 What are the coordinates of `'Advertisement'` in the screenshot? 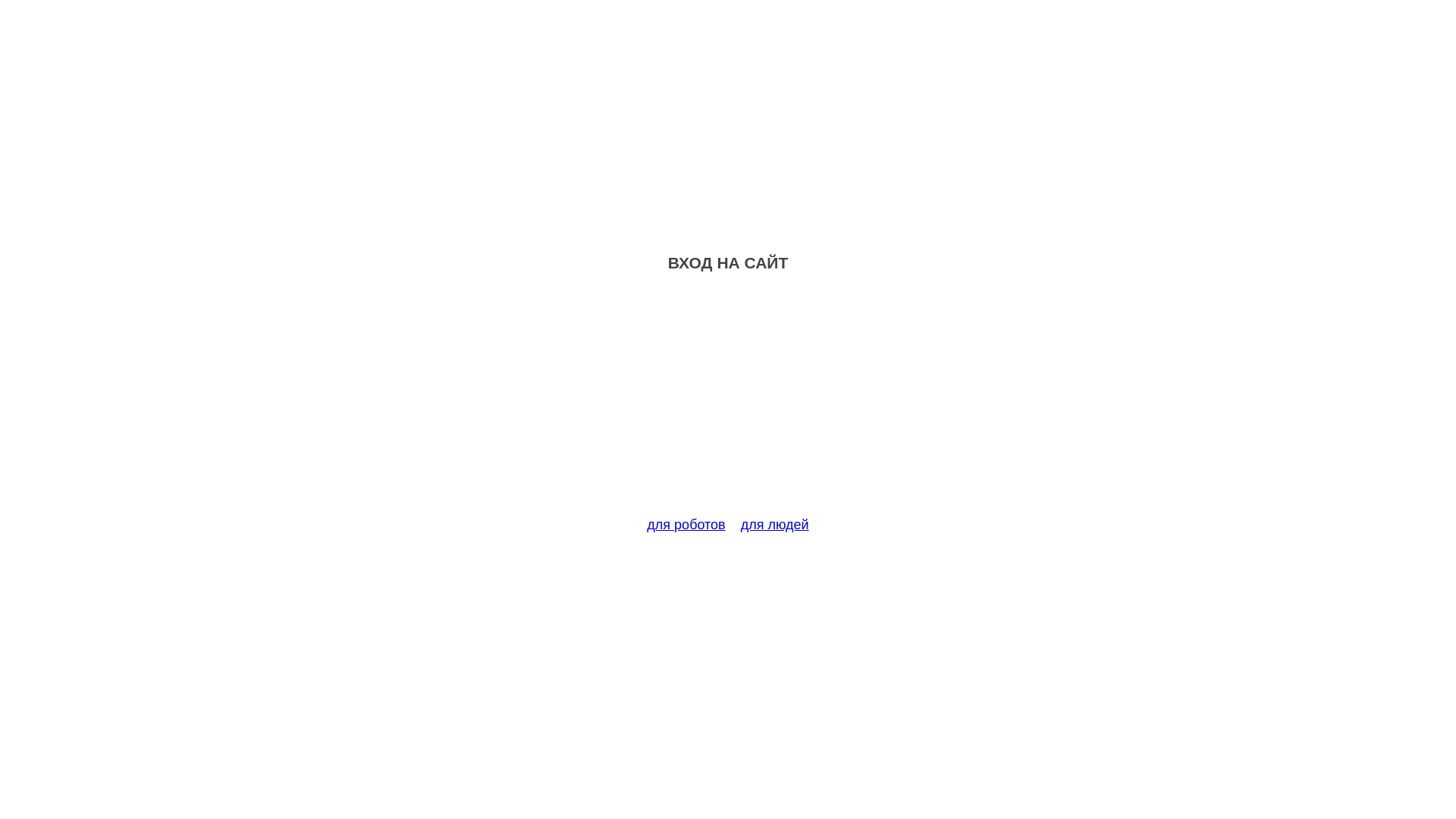 It's located at (728, 403).